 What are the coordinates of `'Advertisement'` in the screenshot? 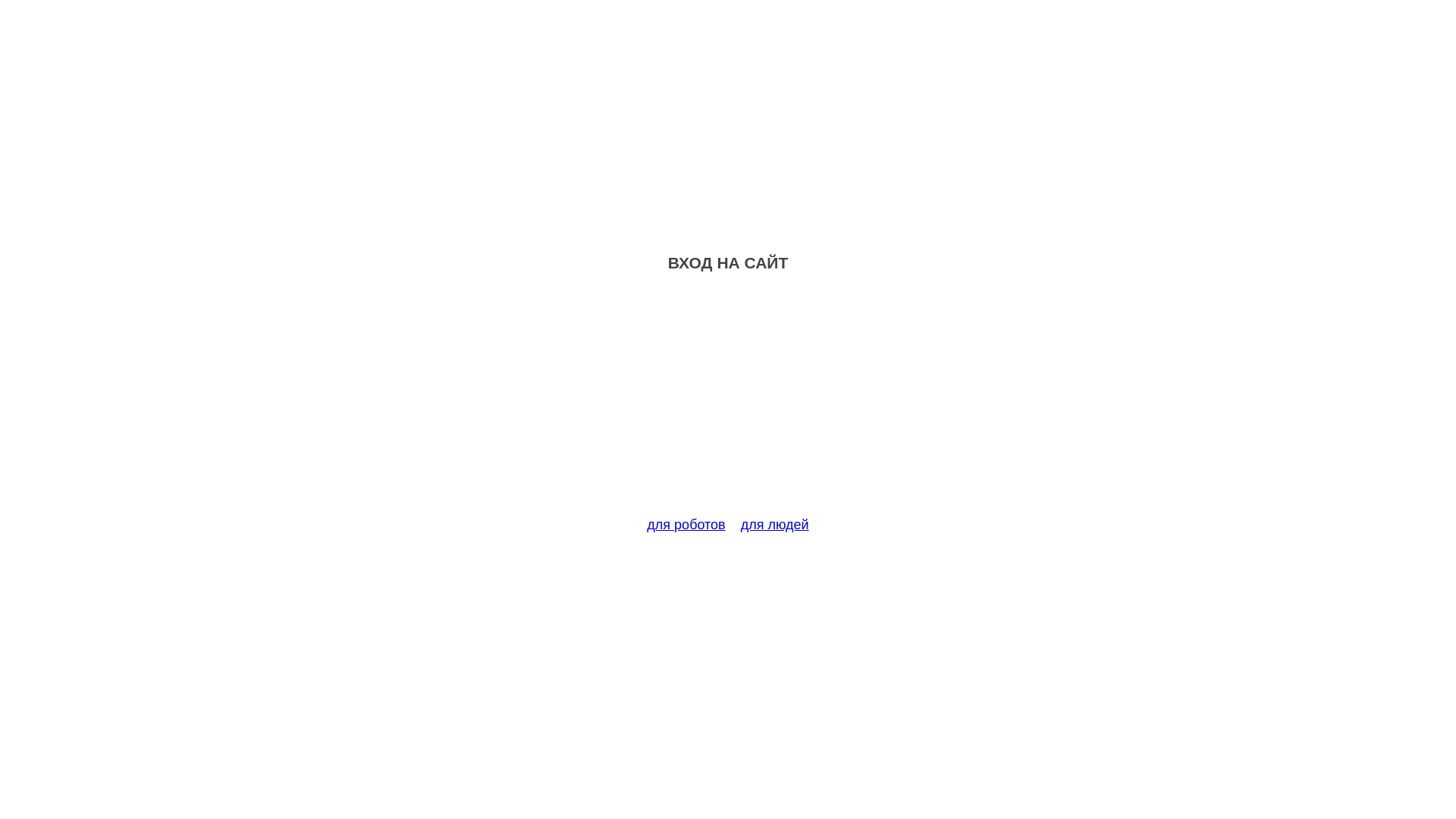 It's located at (728, 403).